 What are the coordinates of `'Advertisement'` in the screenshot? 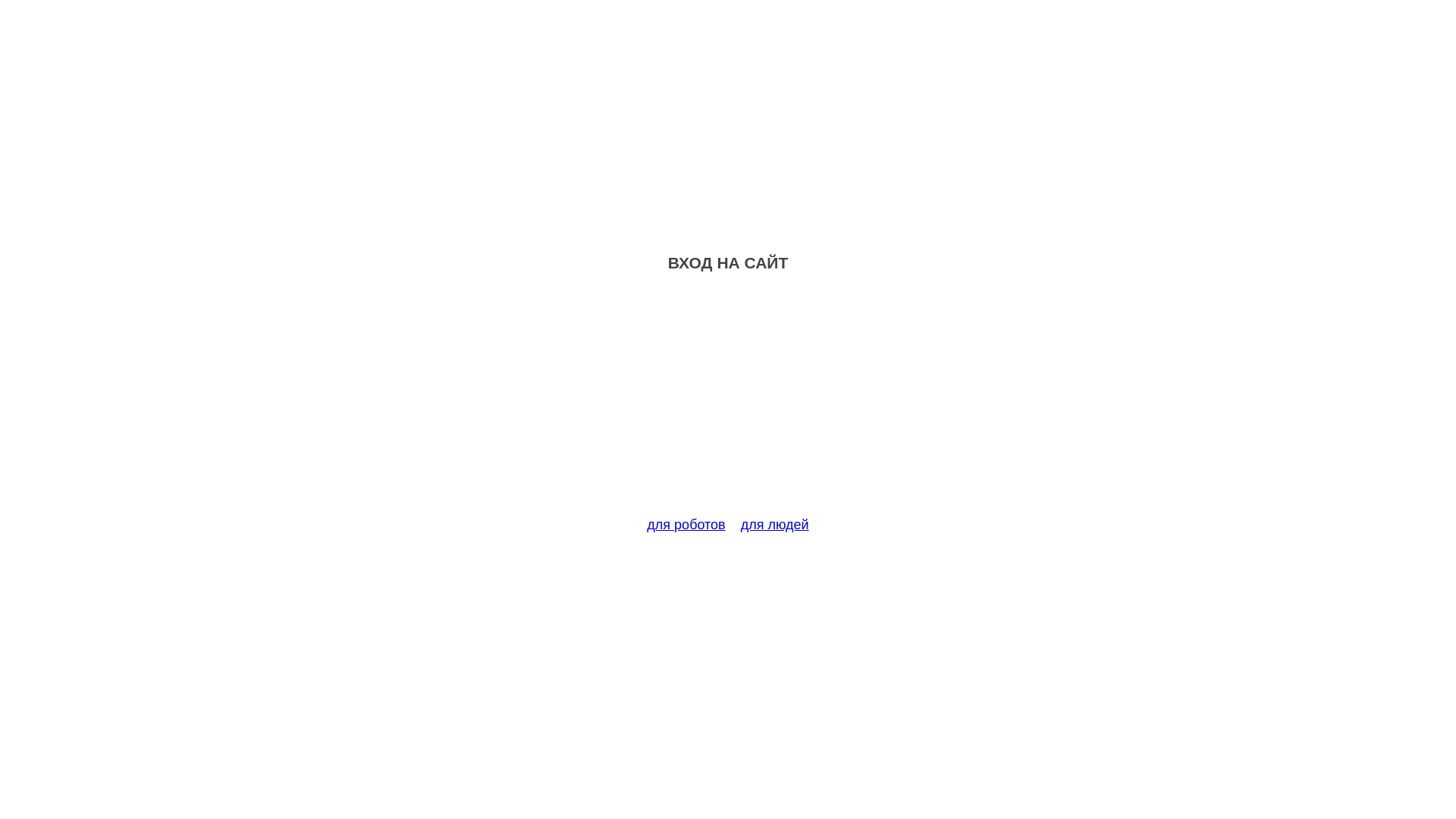 It's located at (728, 403).